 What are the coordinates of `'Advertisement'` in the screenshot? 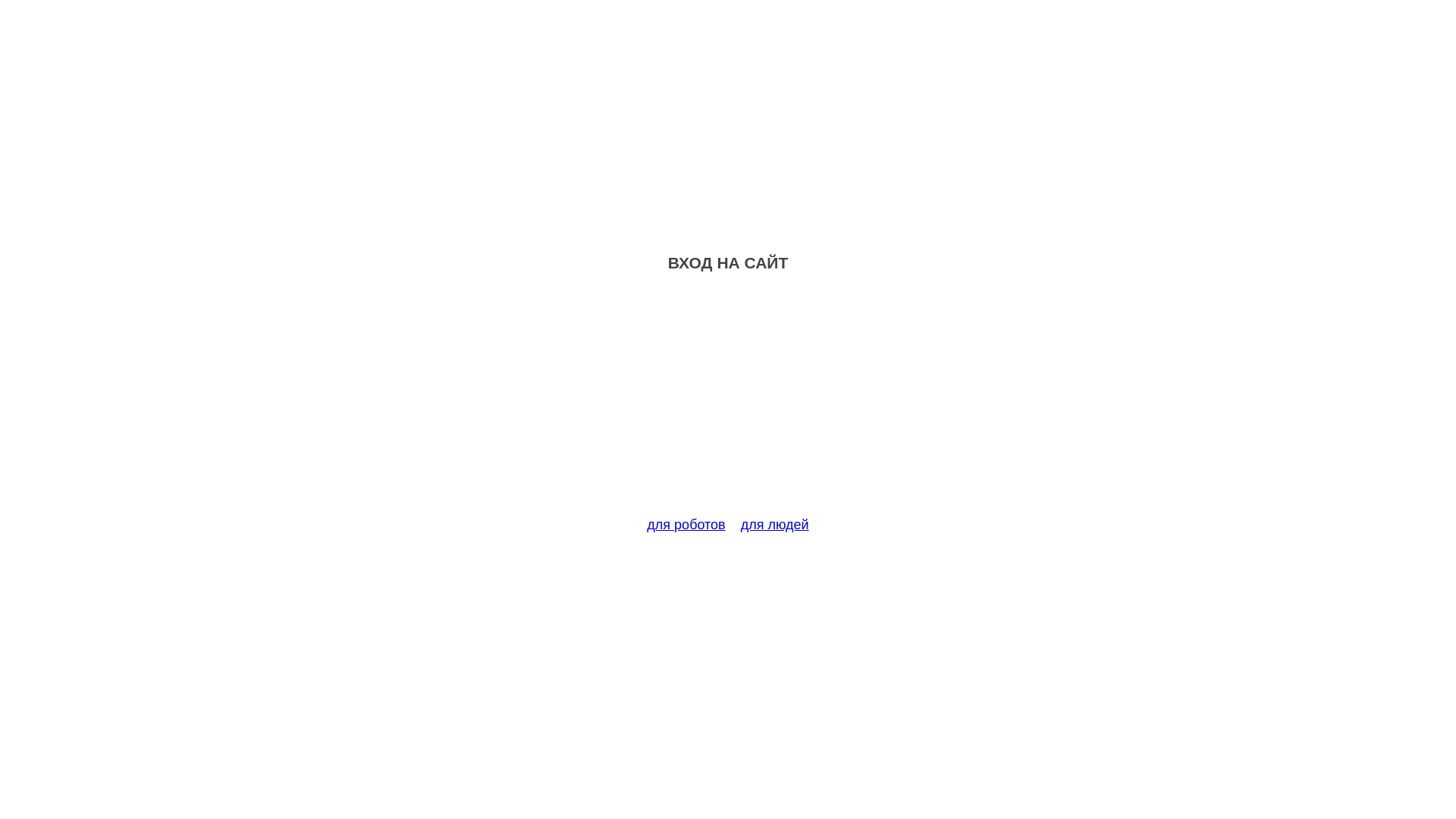 It's located at (728, 403).